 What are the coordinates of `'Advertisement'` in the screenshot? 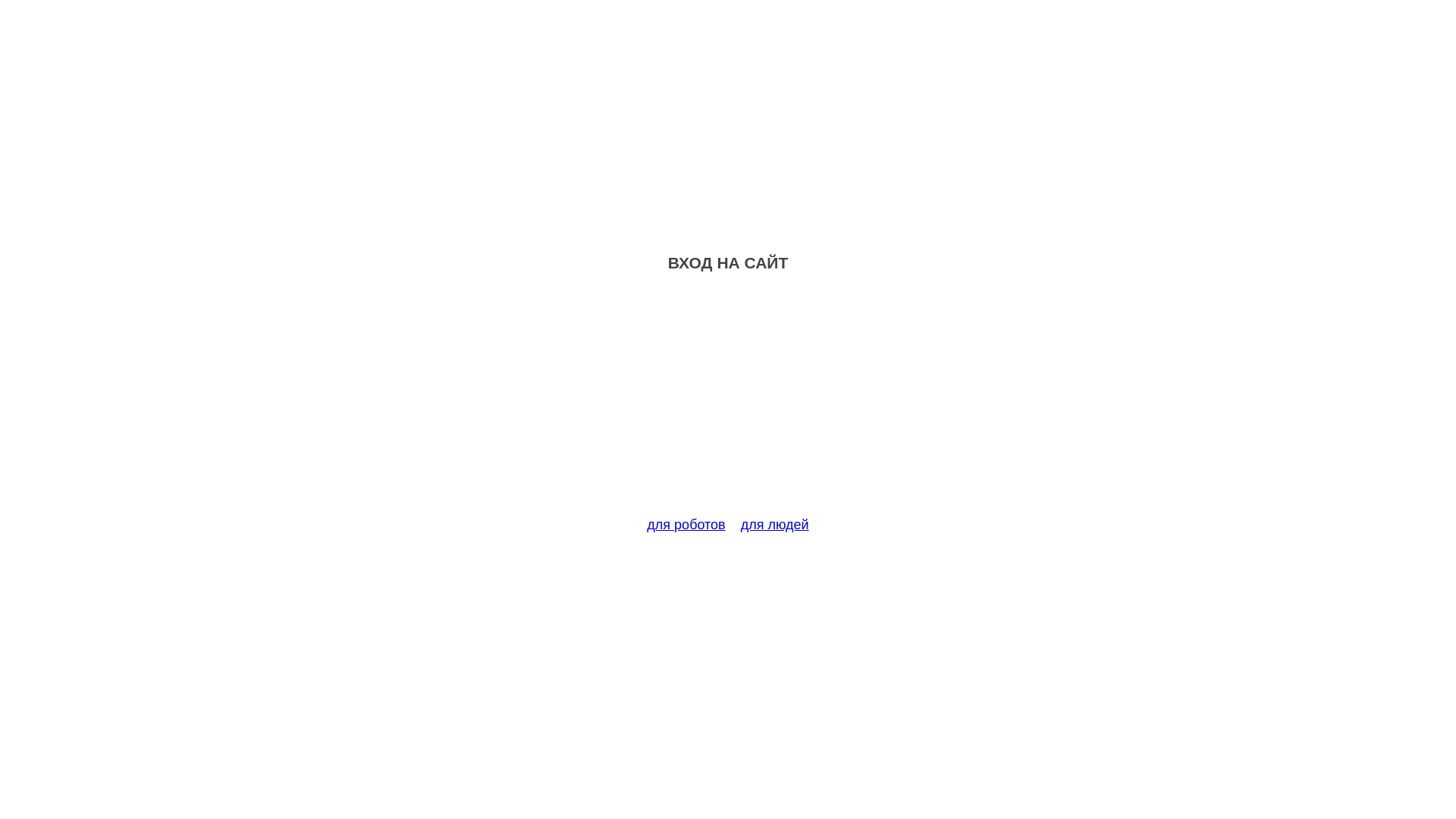 It's located at (728, 403).